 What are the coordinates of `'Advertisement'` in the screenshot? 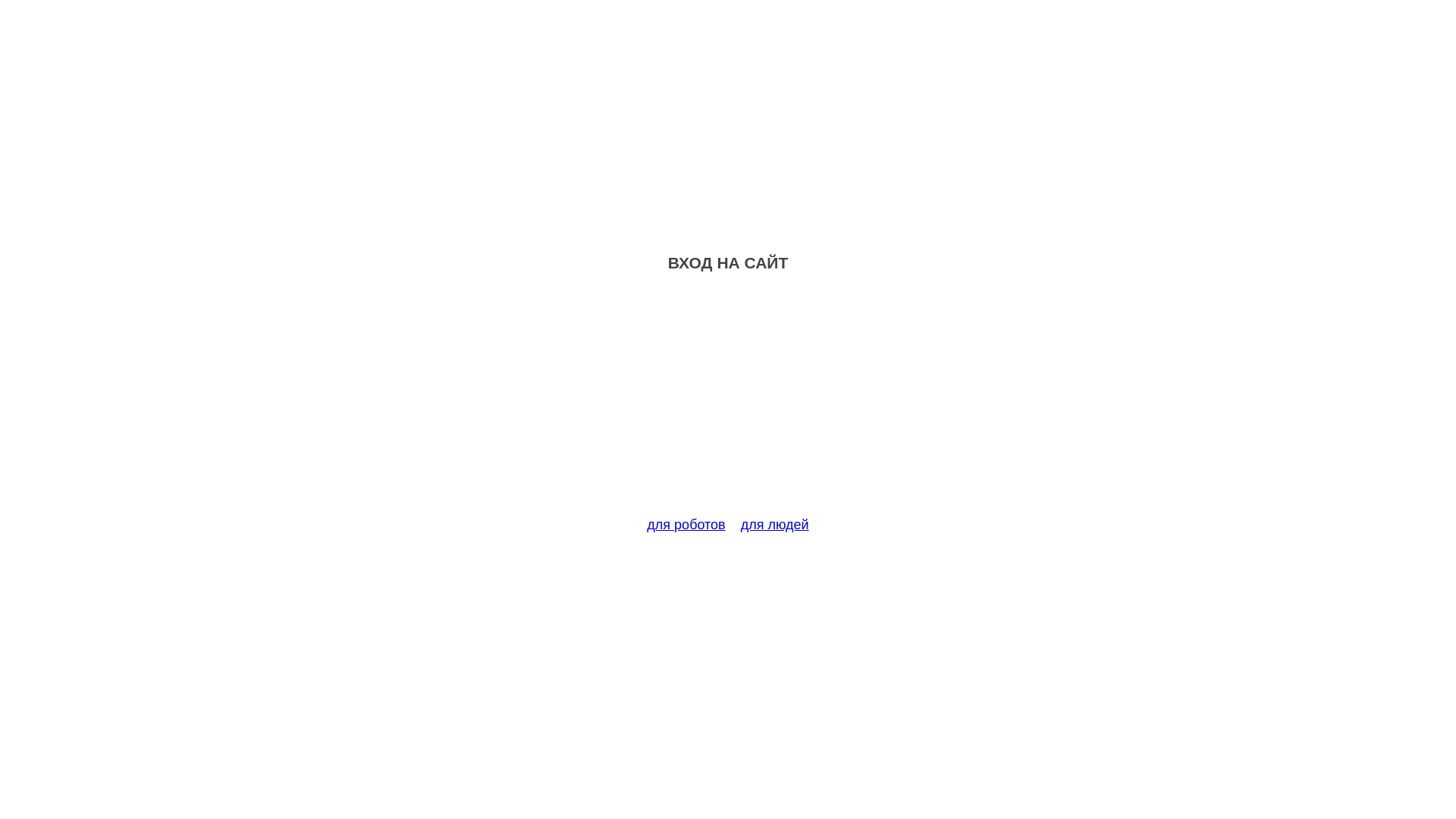 It's located at (728, 403).